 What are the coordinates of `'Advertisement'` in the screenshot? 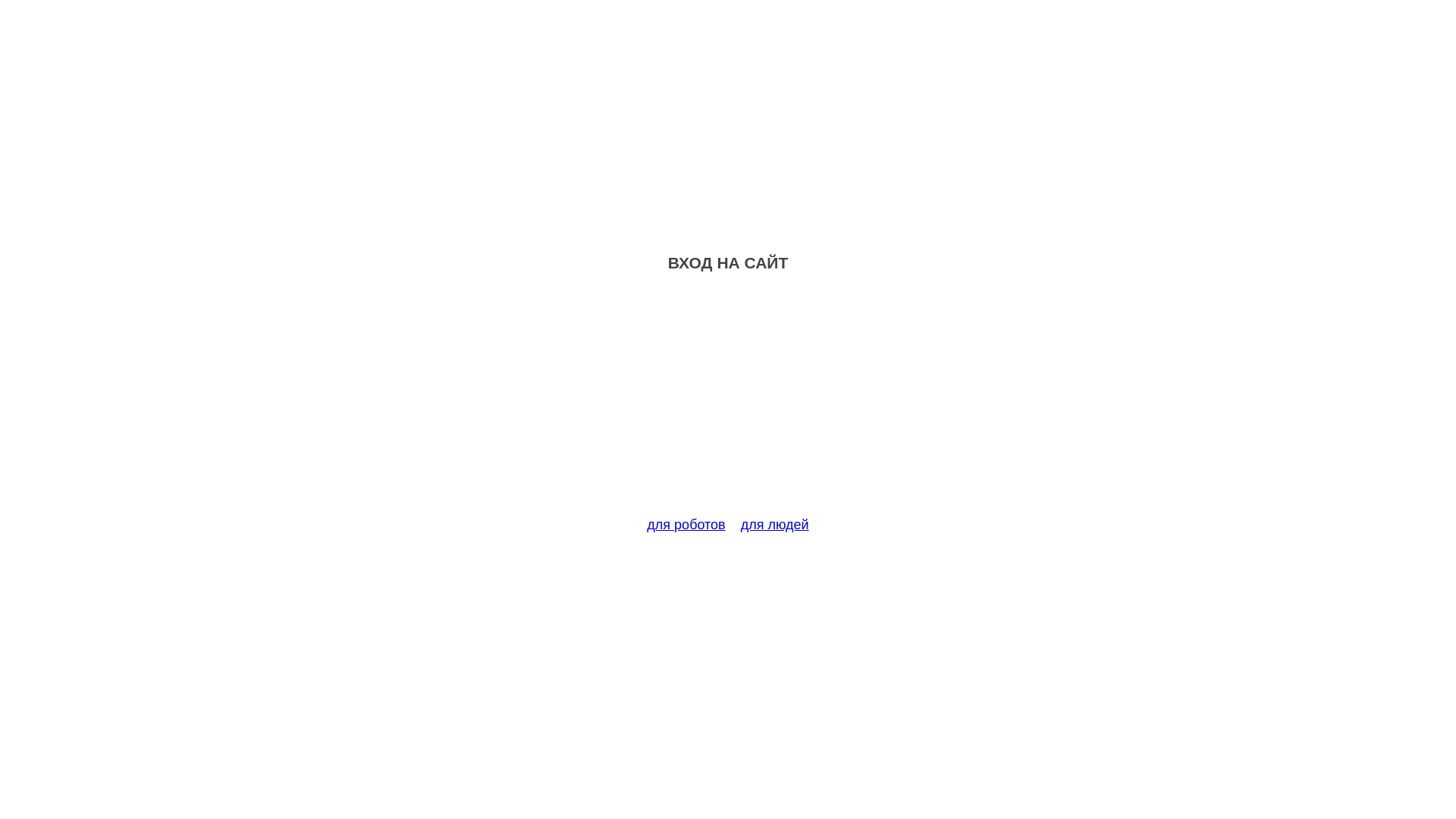 It's located at (728, 403).